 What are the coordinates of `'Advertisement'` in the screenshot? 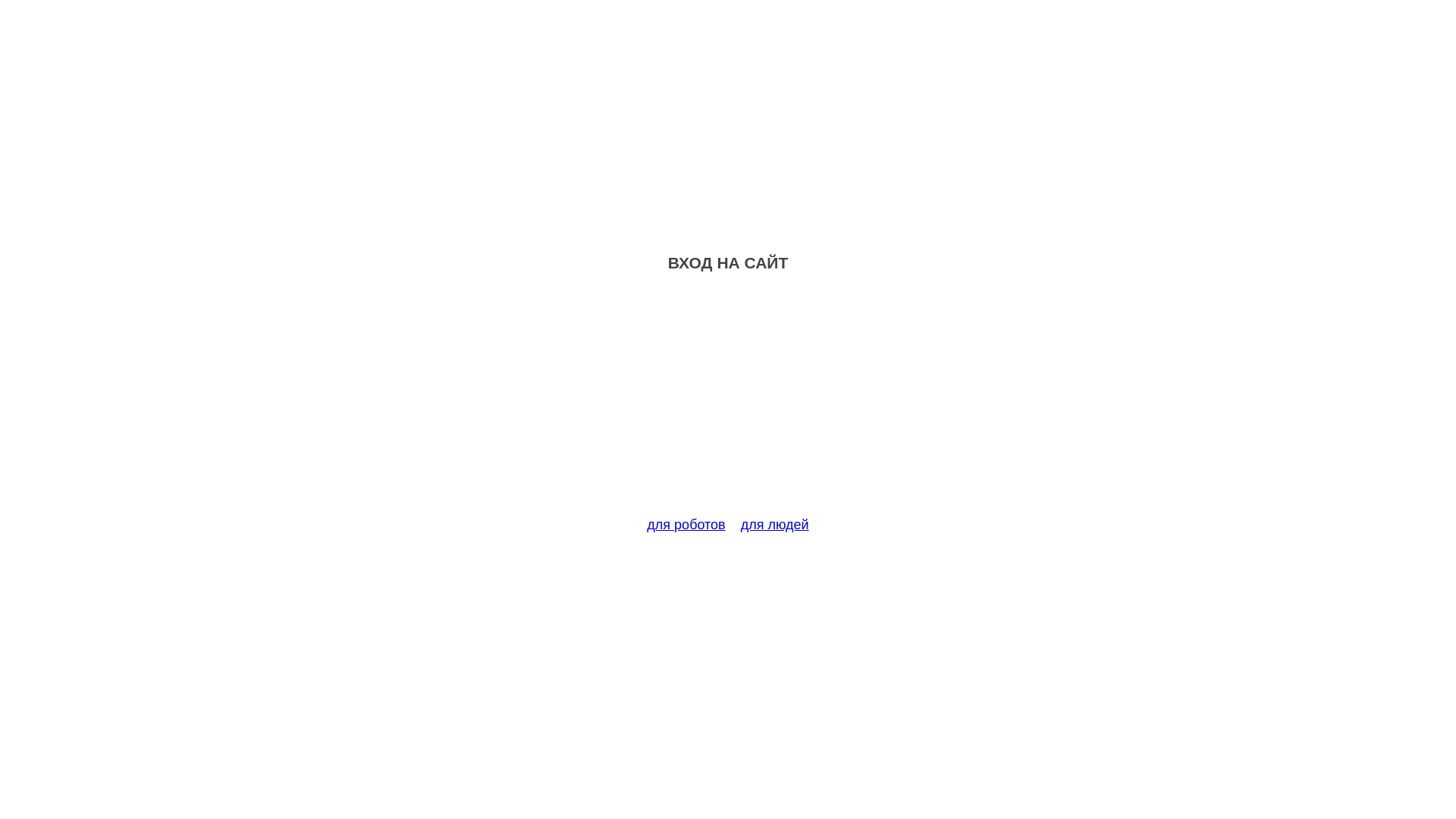 It's located at (728, 403).